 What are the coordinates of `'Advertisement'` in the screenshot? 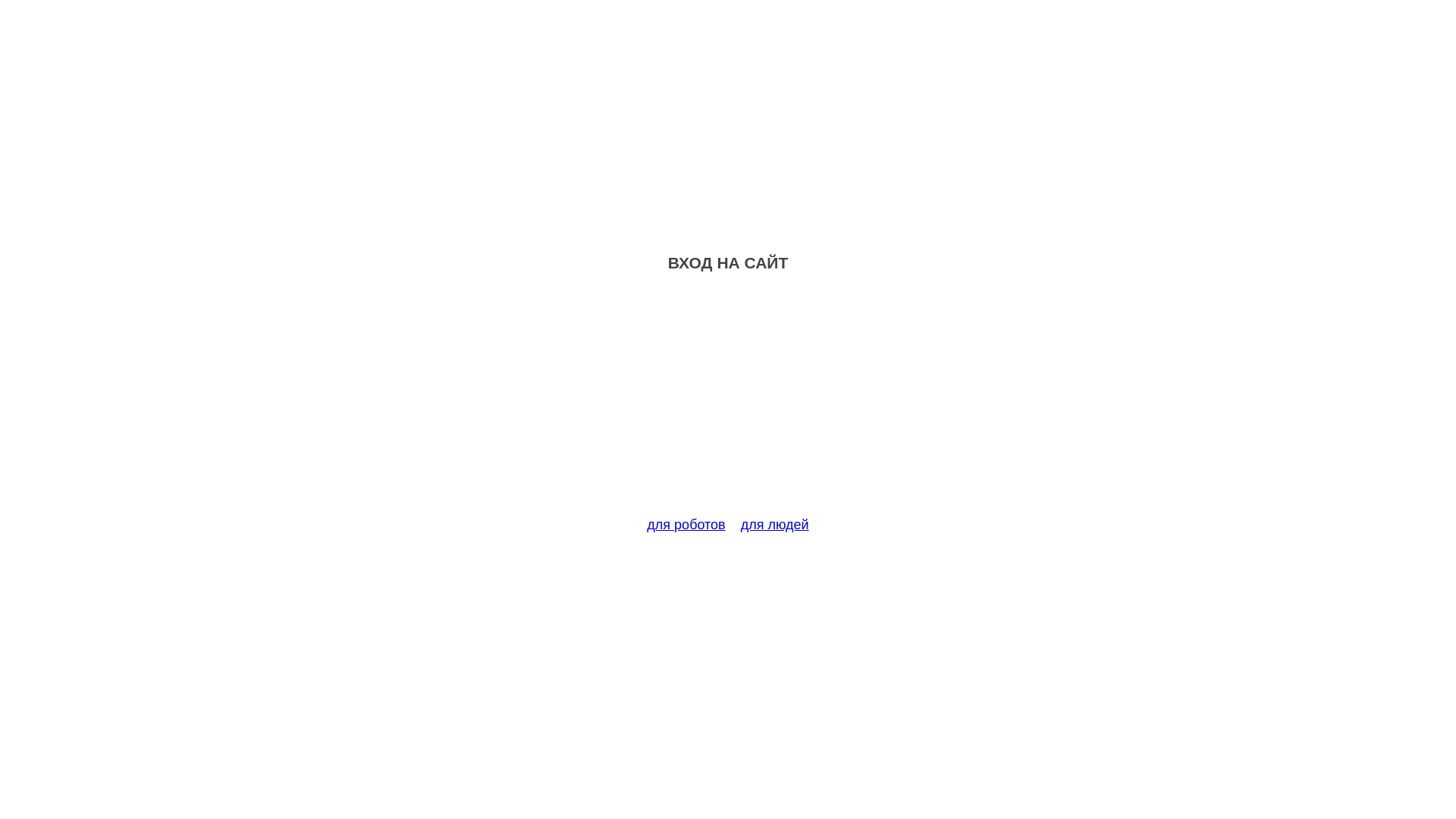 It's located at (728, 403).